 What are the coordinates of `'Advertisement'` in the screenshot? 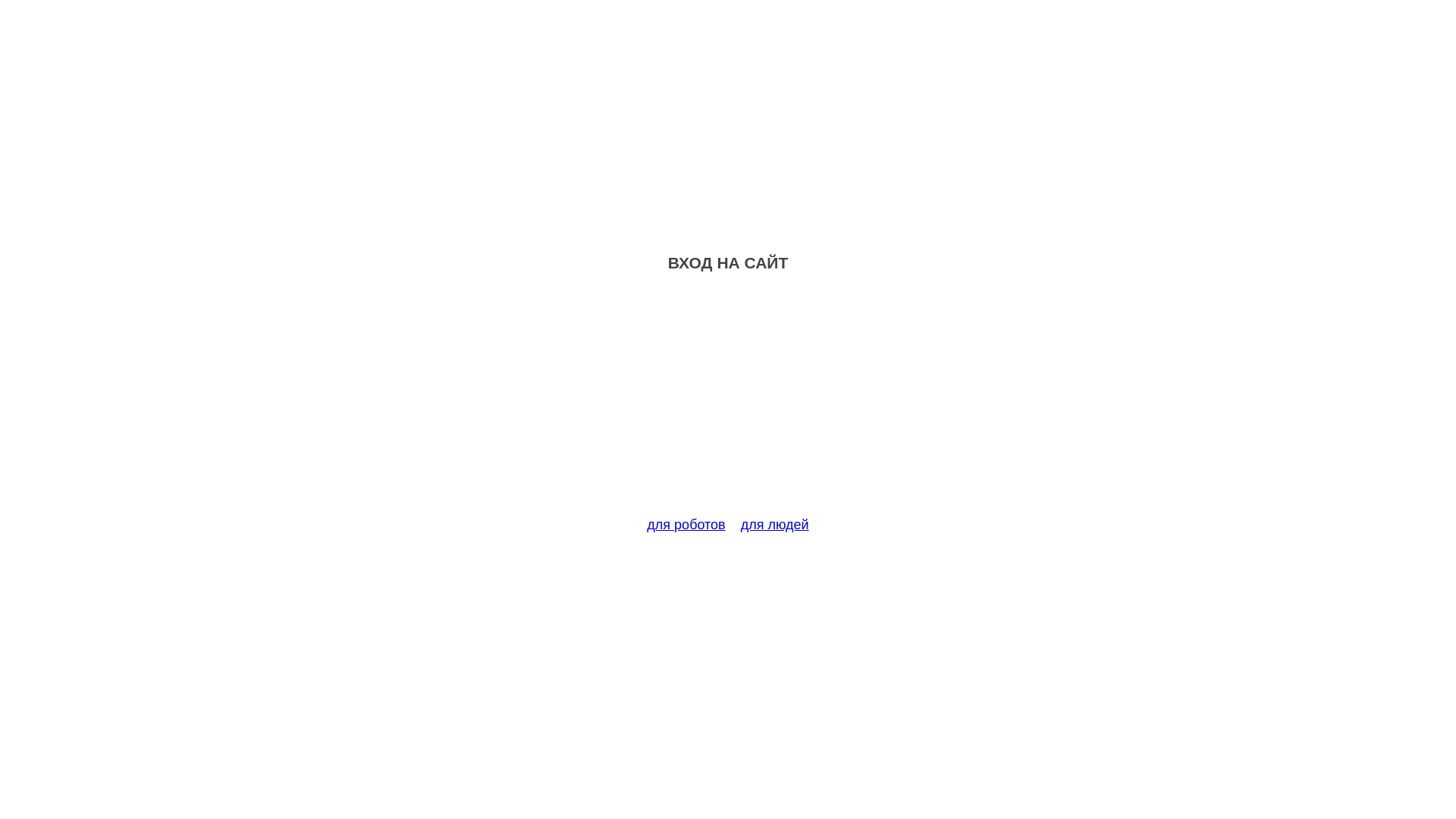 It's located at (728, 403).